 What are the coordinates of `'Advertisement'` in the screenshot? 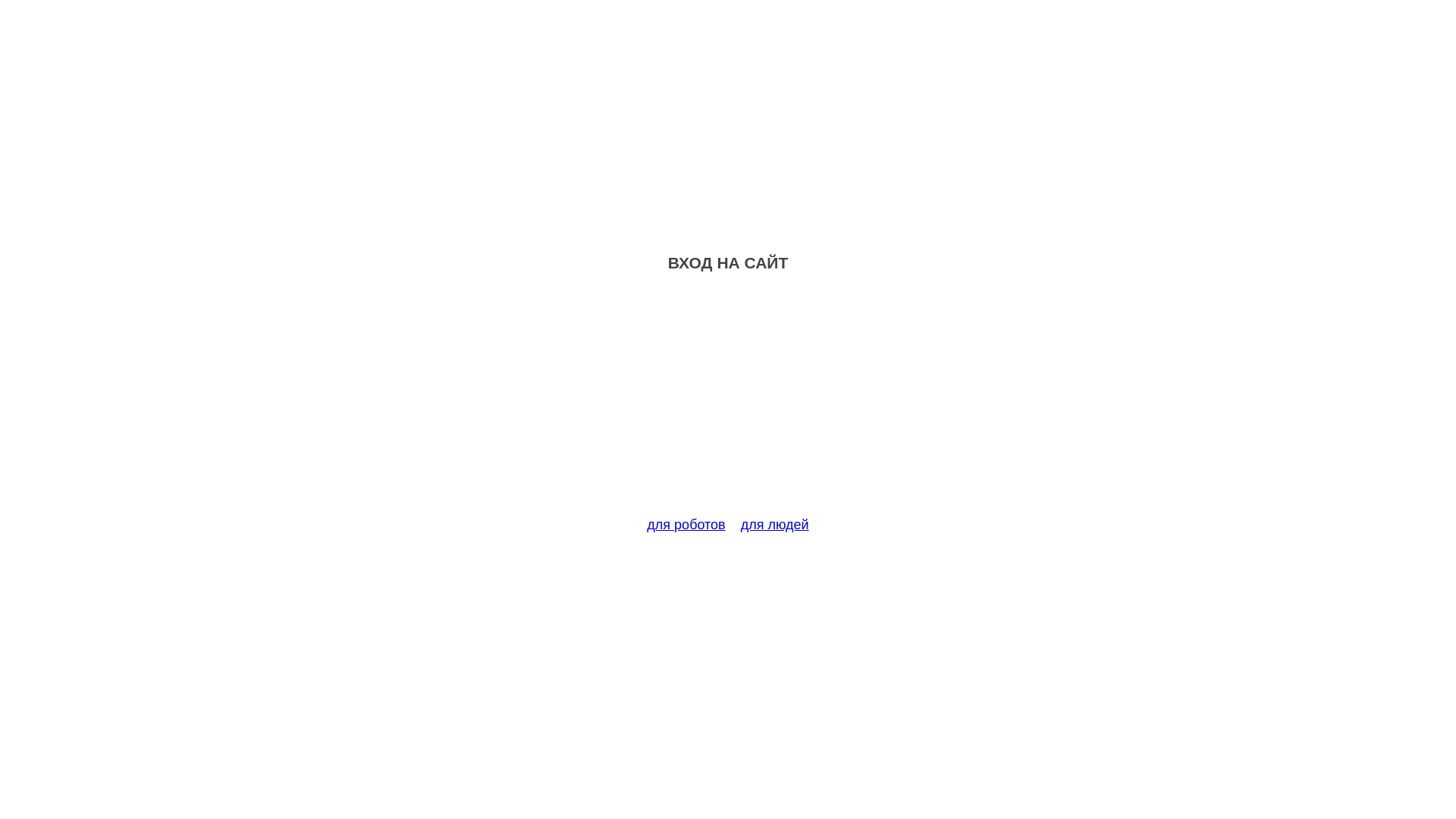 It's located at (728, 403).